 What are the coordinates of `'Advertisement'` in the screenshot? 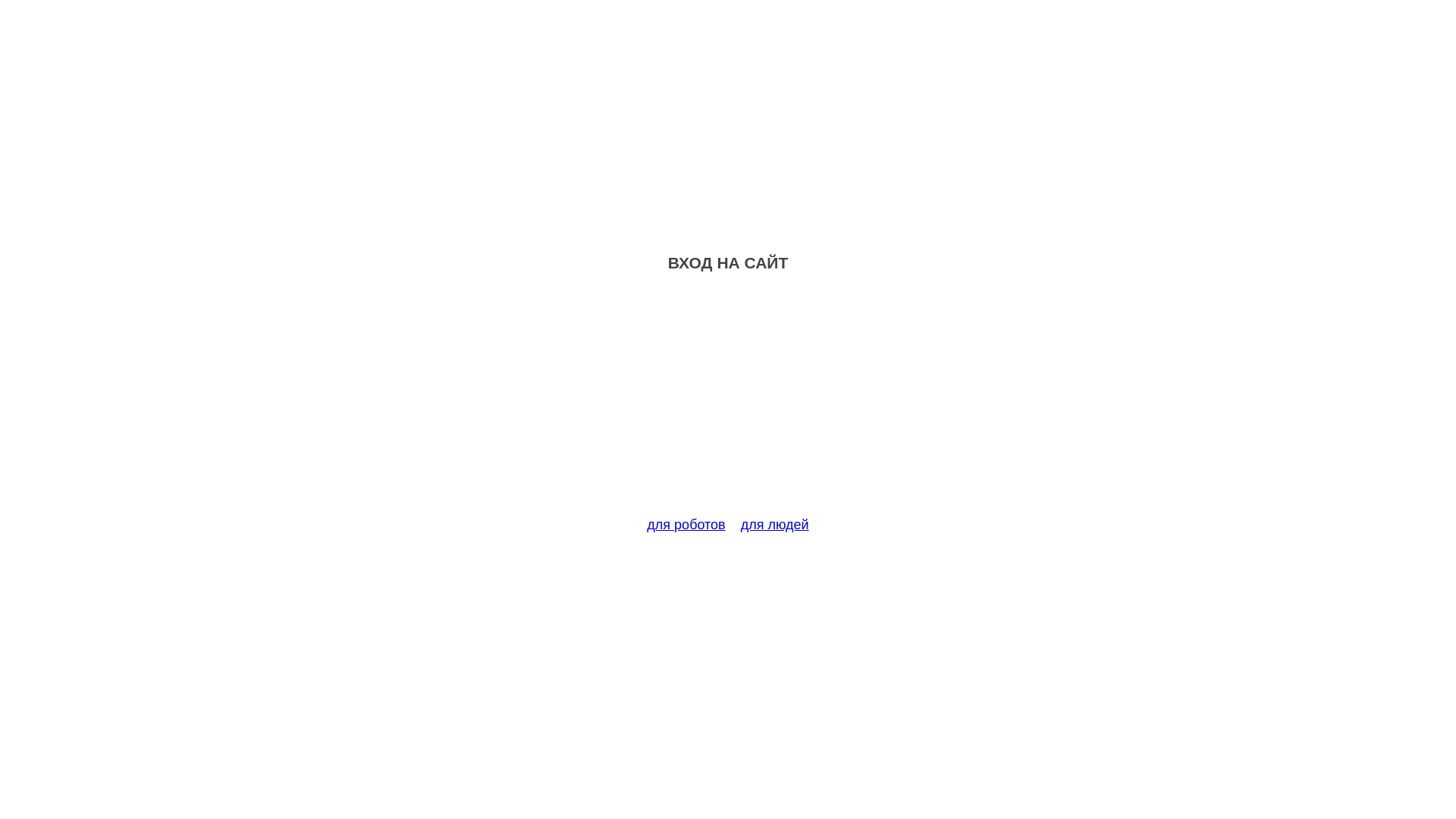 It's located at (728, 403).